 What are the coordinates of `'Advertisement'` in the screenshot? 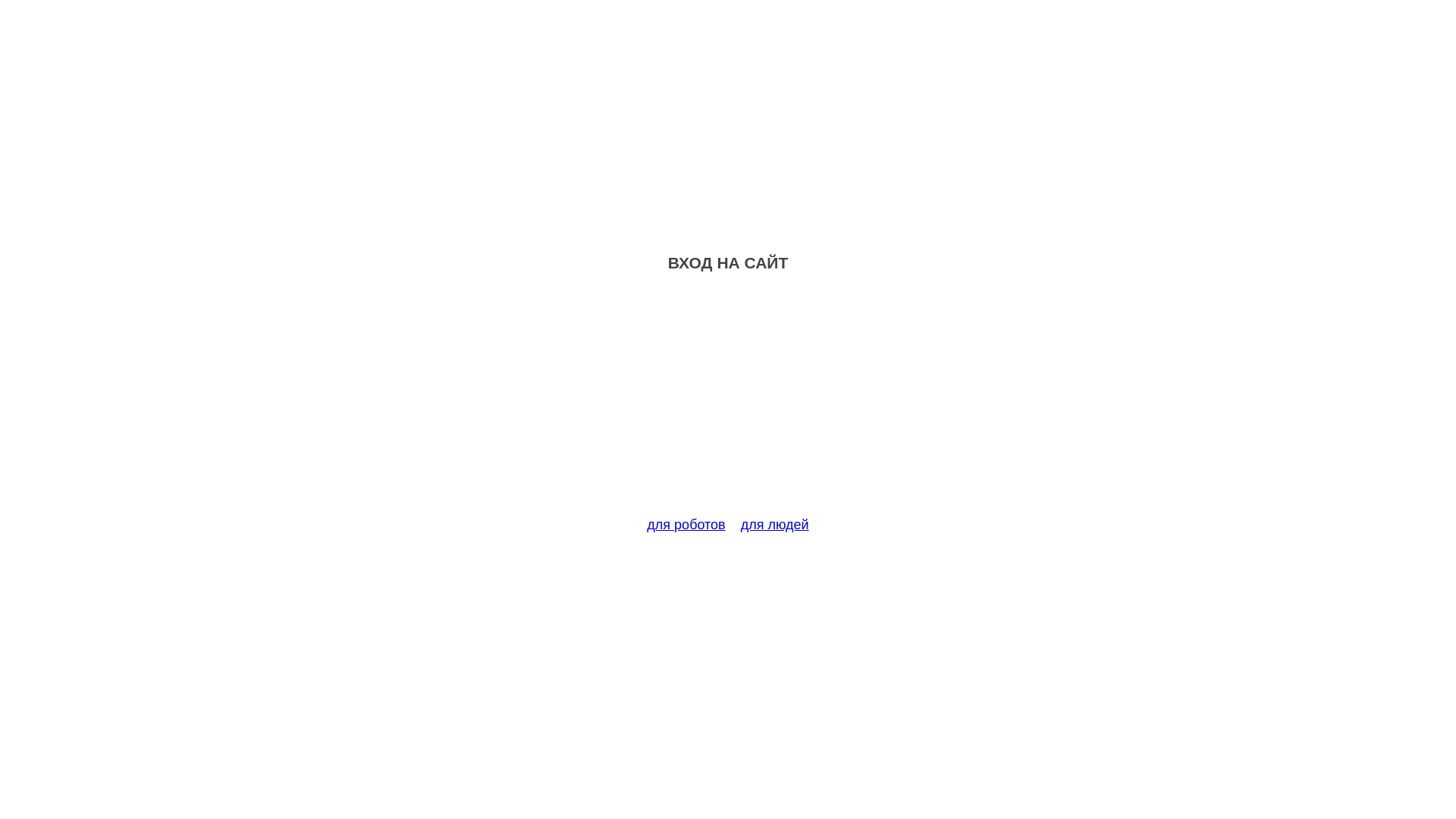 It's located at (728, 403).